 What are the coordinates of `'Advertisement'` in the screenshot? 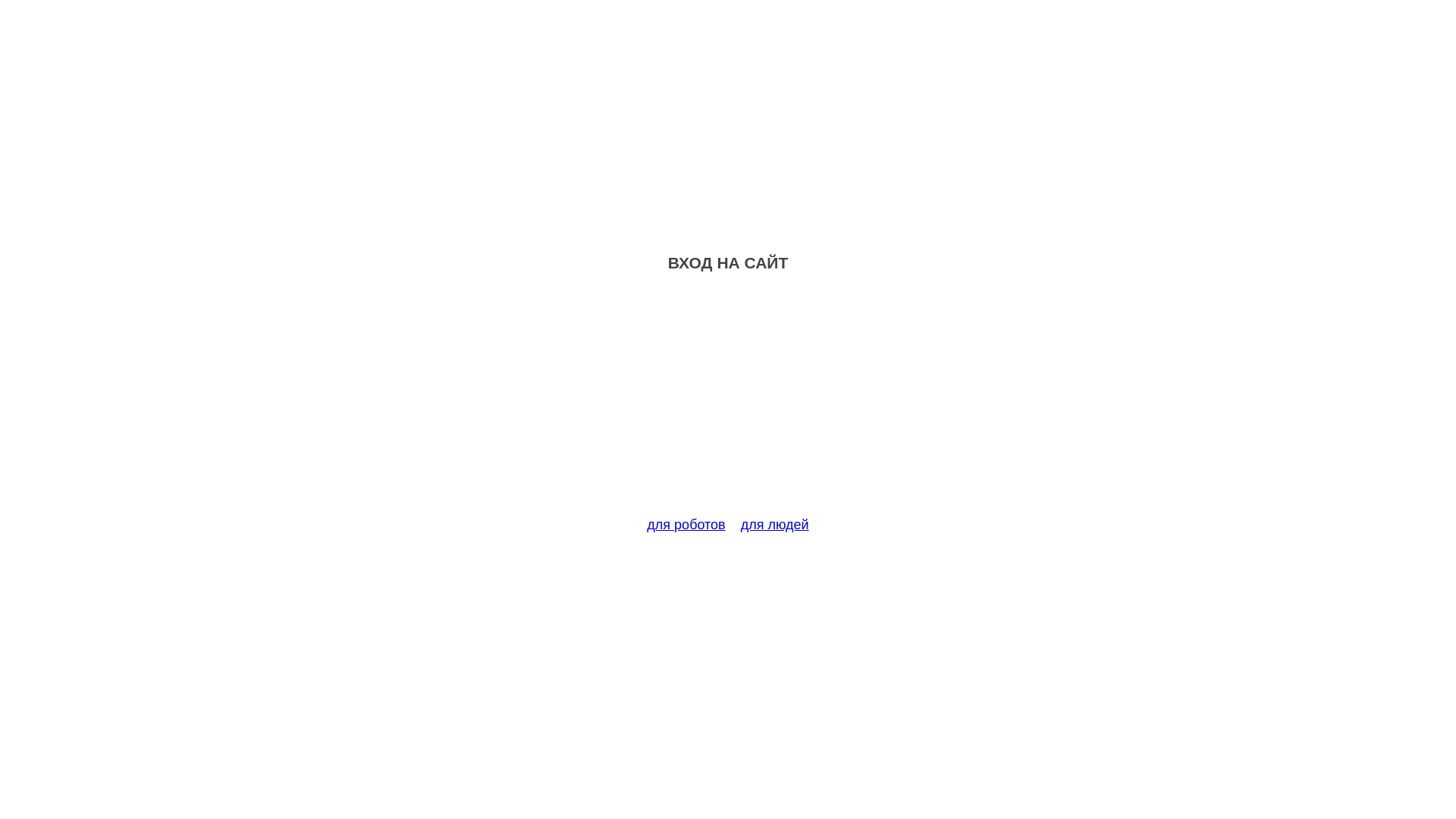 It's located at (728, 403).